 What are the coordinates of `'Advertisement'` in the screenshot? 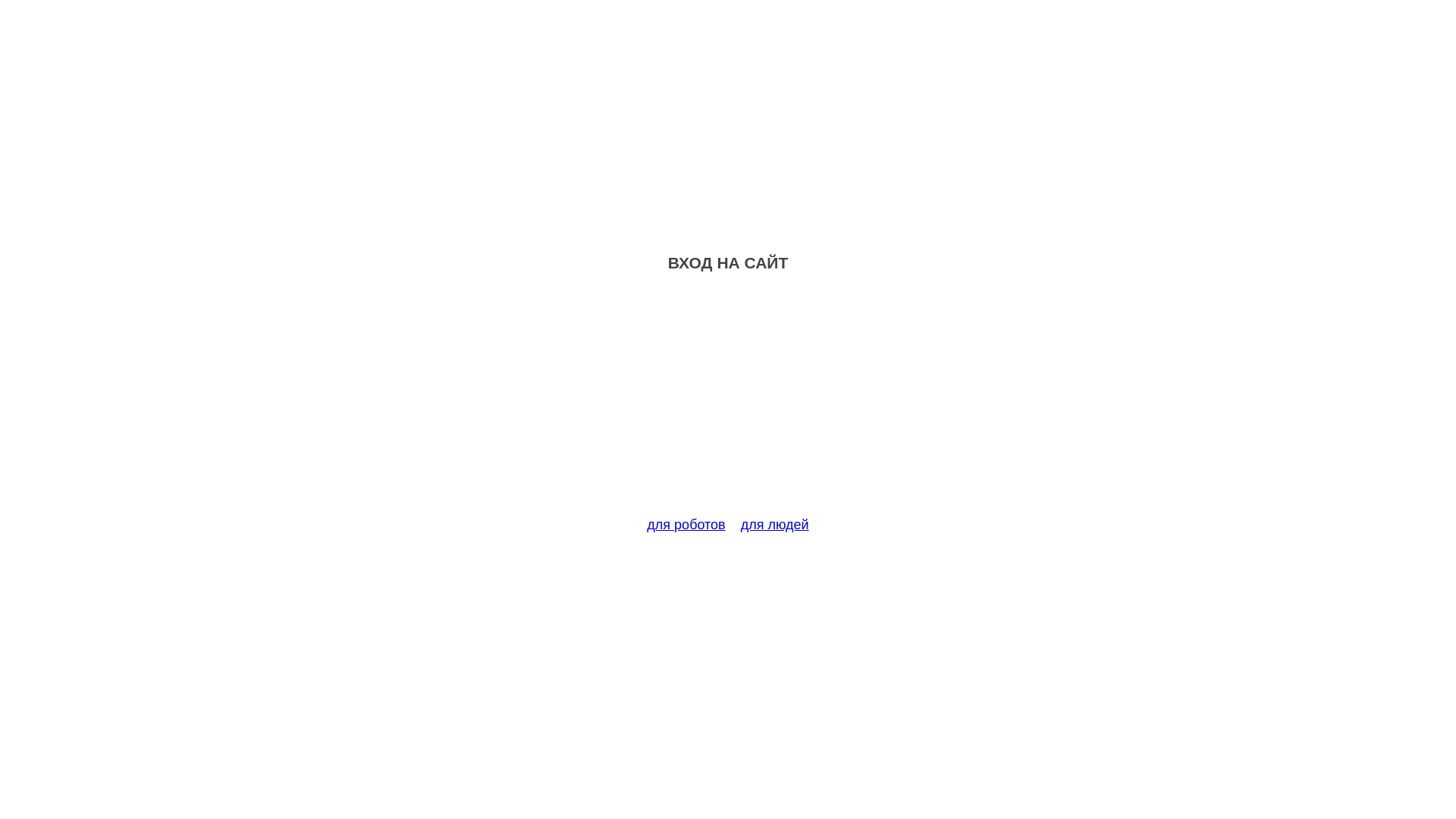 It's located at (728, 403).